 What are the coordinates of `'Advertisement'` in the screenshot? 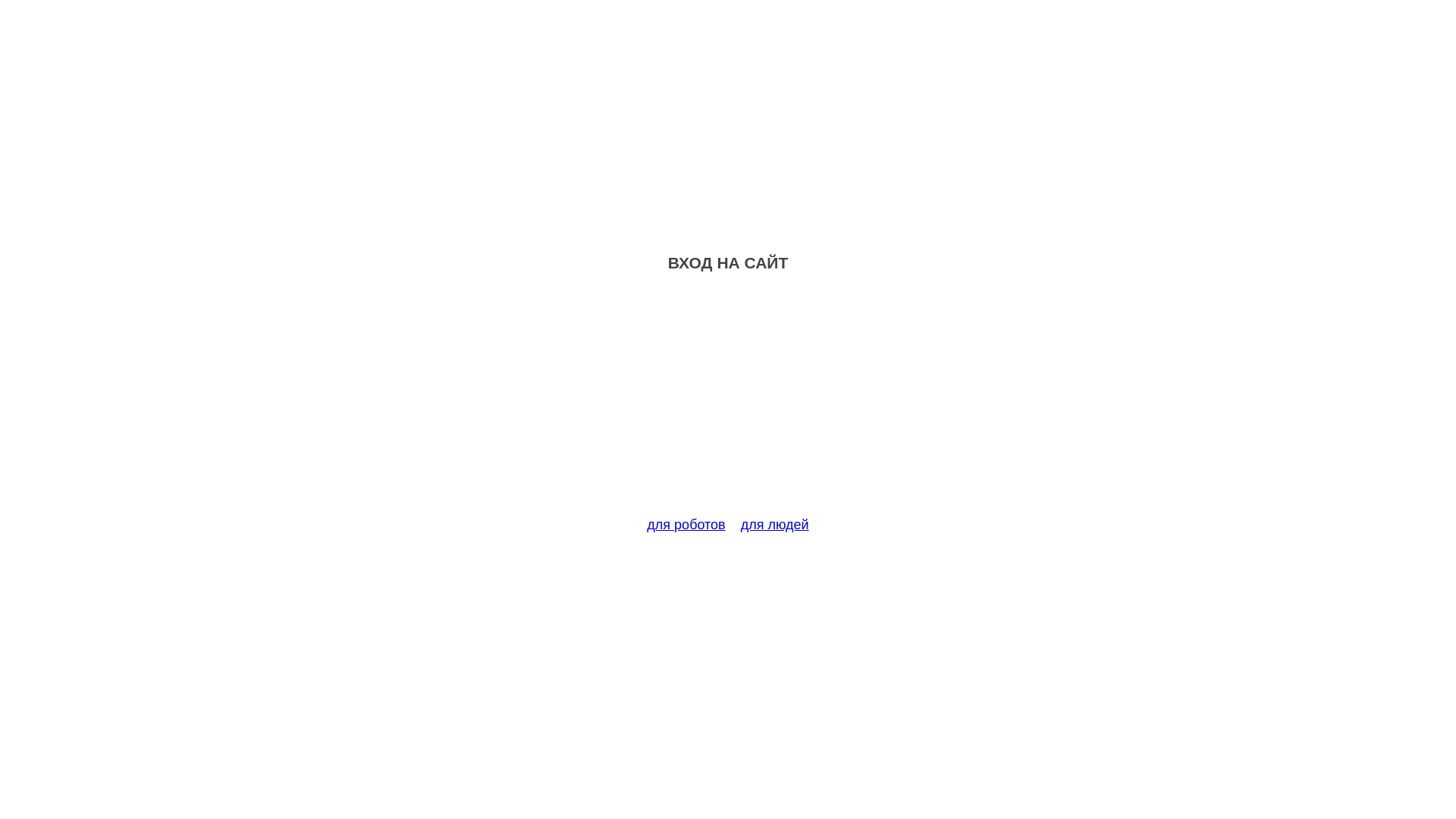 It's located at (728, 403).